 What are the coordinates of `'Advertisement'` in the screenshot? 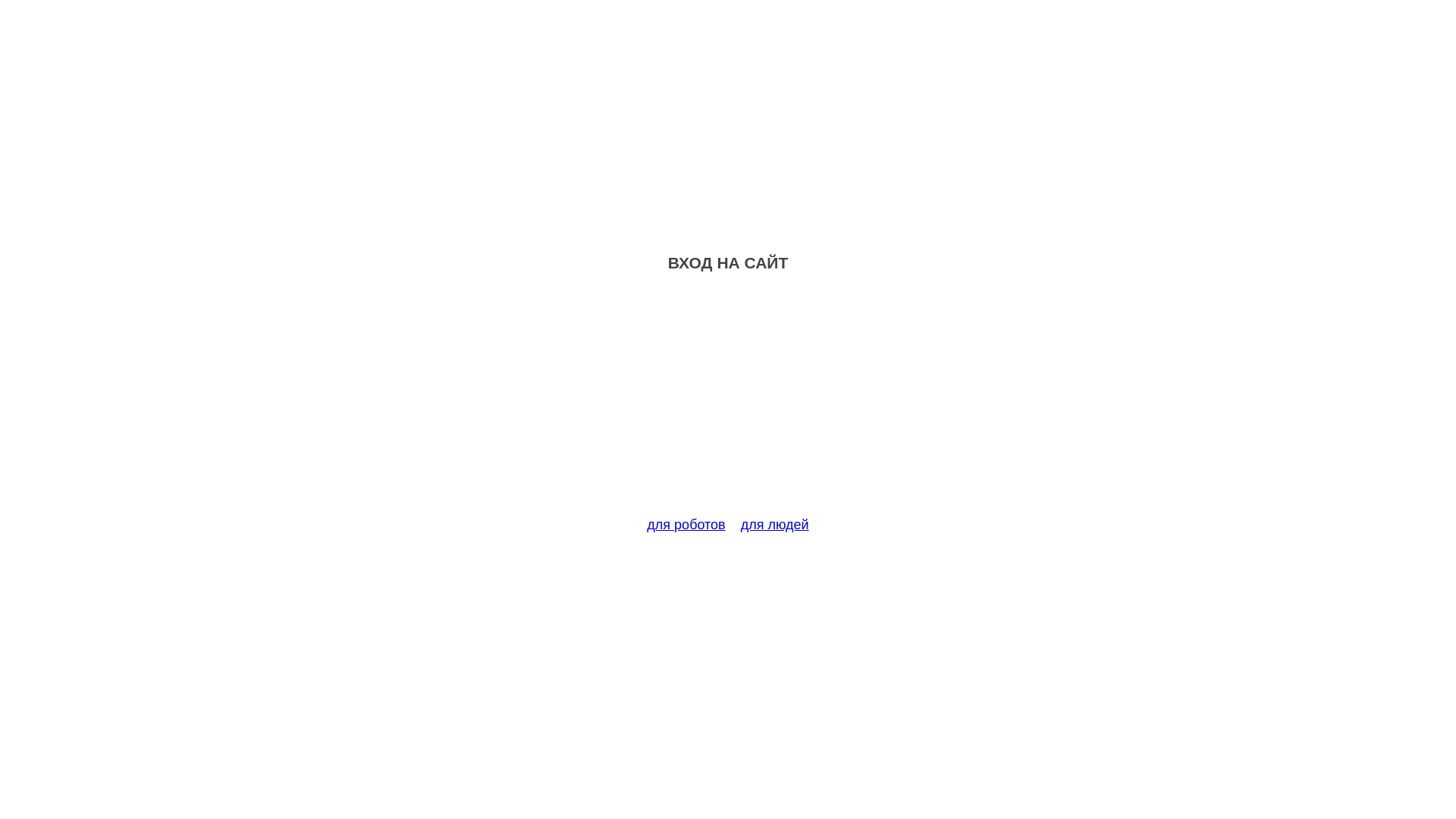 It's located at (728, 403).